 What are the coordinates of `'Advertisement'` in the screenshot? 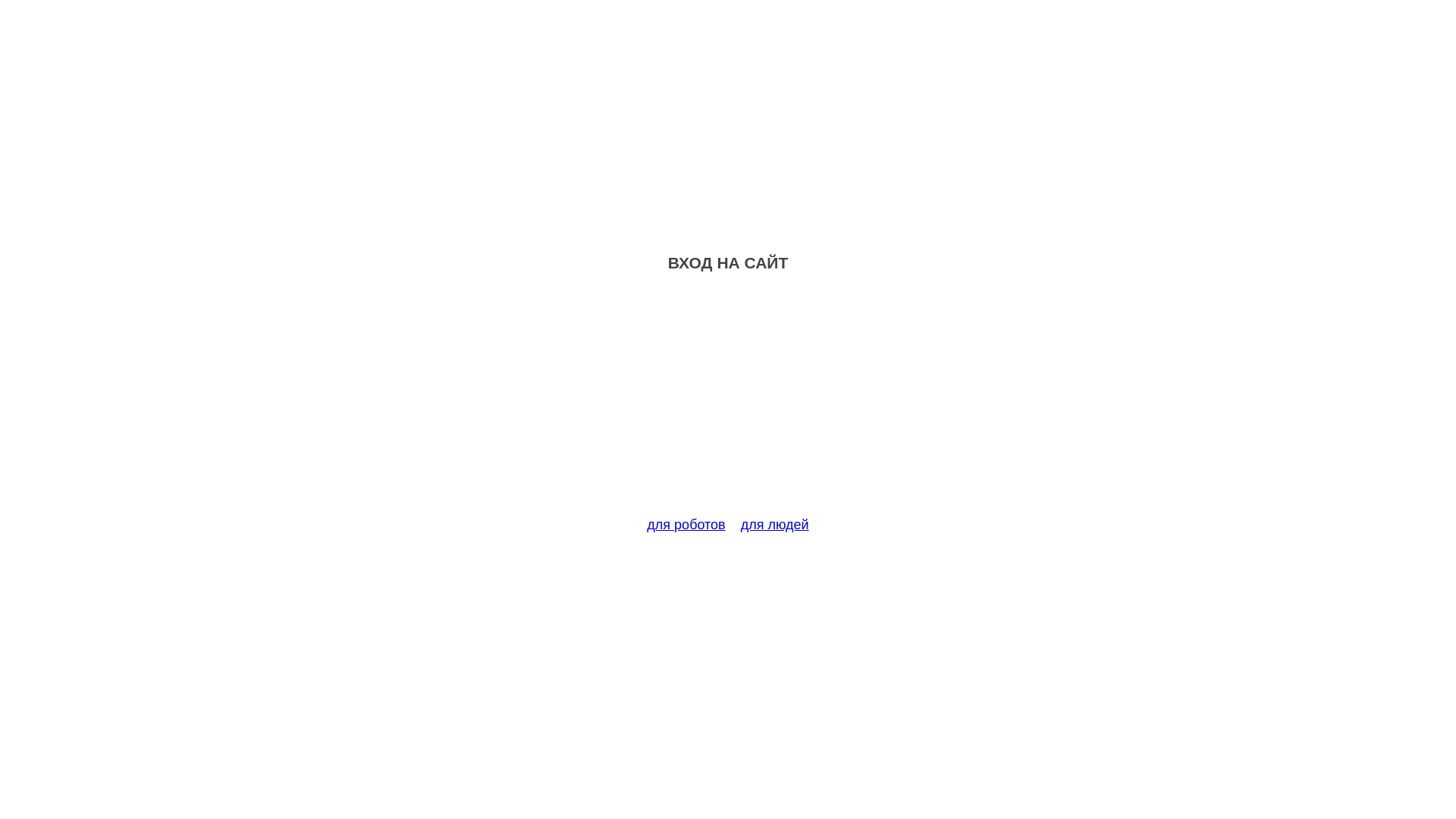 It's located at (728, 403).